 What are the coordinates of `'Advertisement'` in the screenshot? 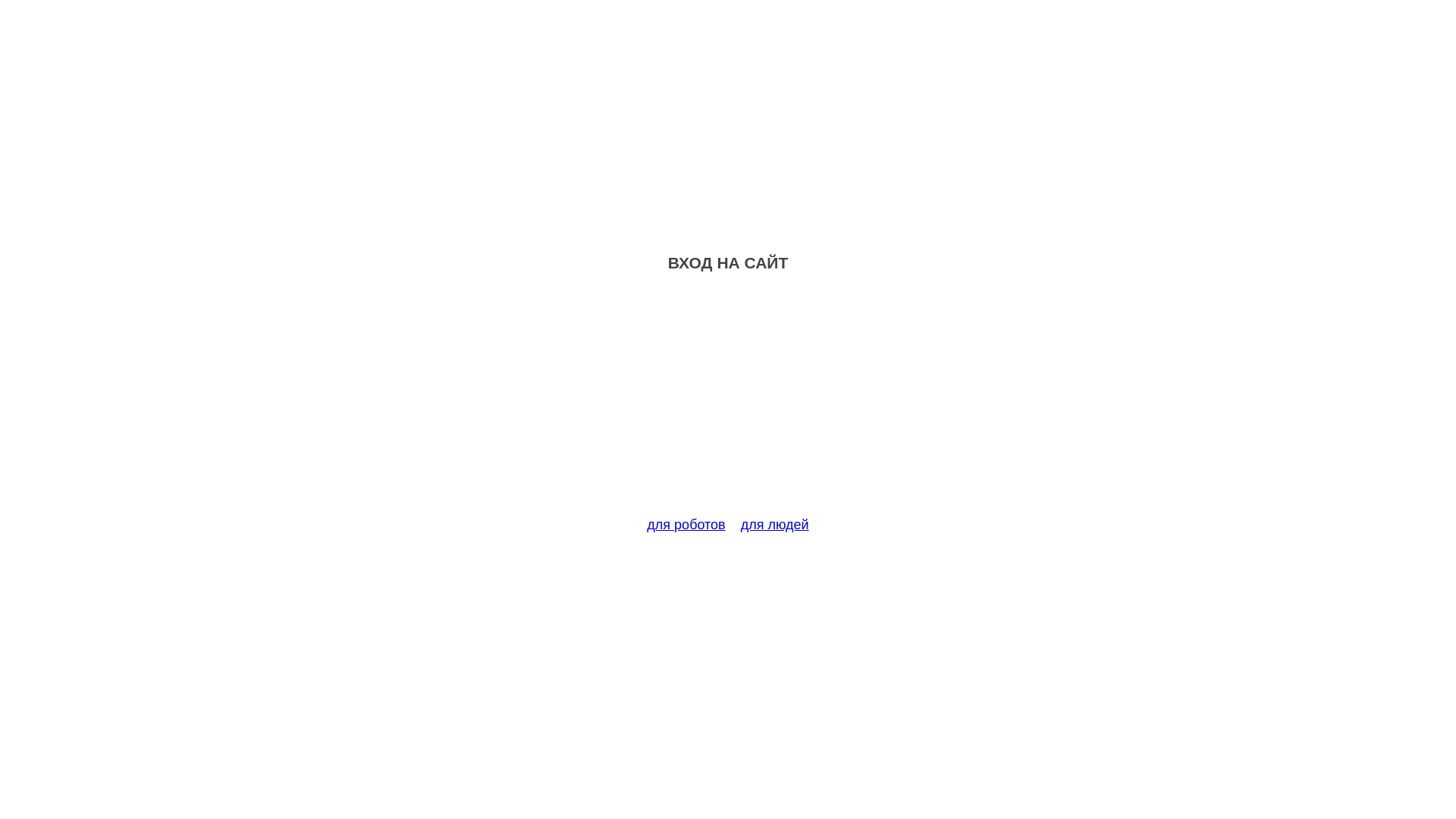 It's located at (728, 403).